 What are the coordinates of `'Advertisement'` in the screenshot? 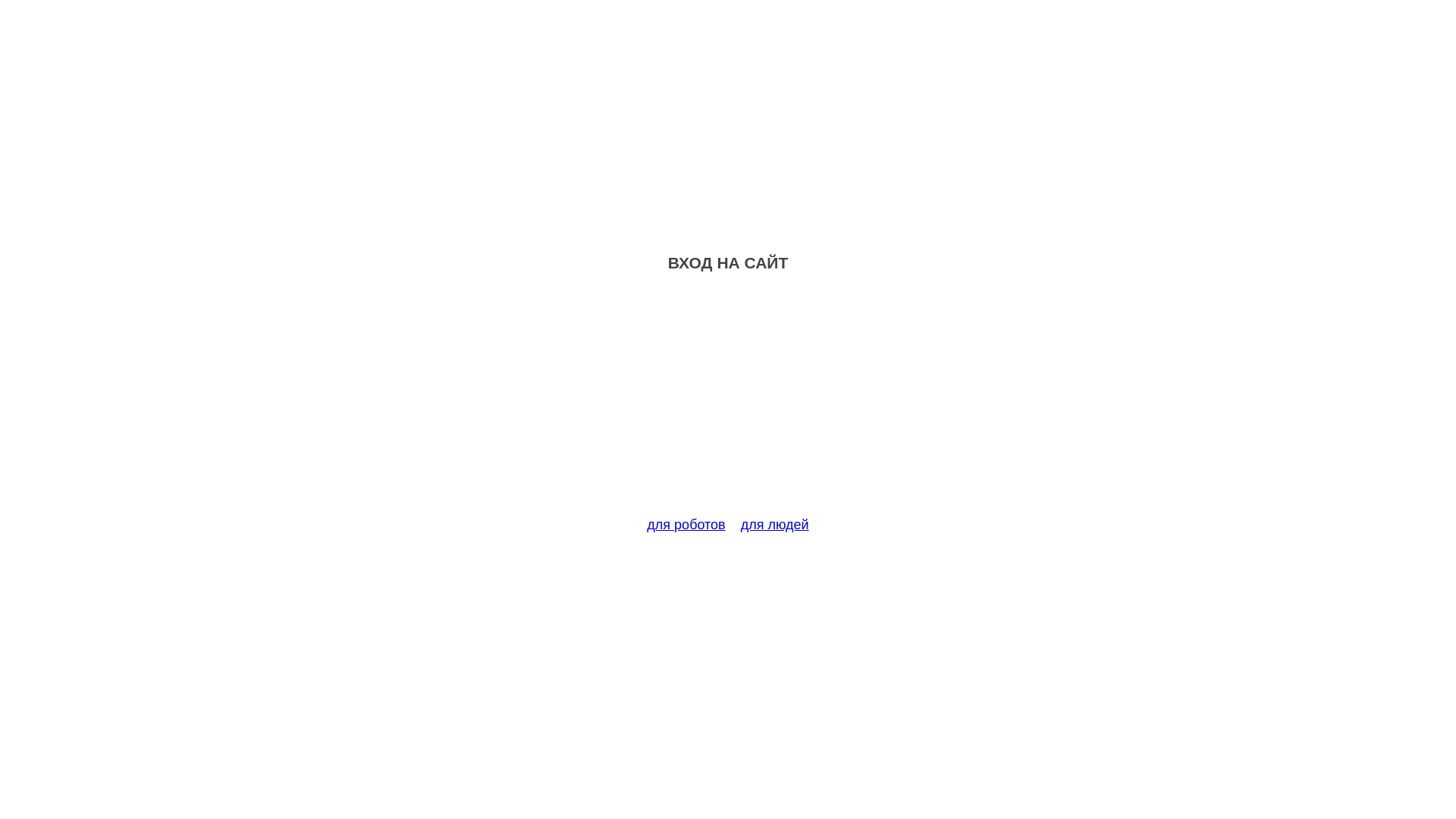 It's located at (728, 403).